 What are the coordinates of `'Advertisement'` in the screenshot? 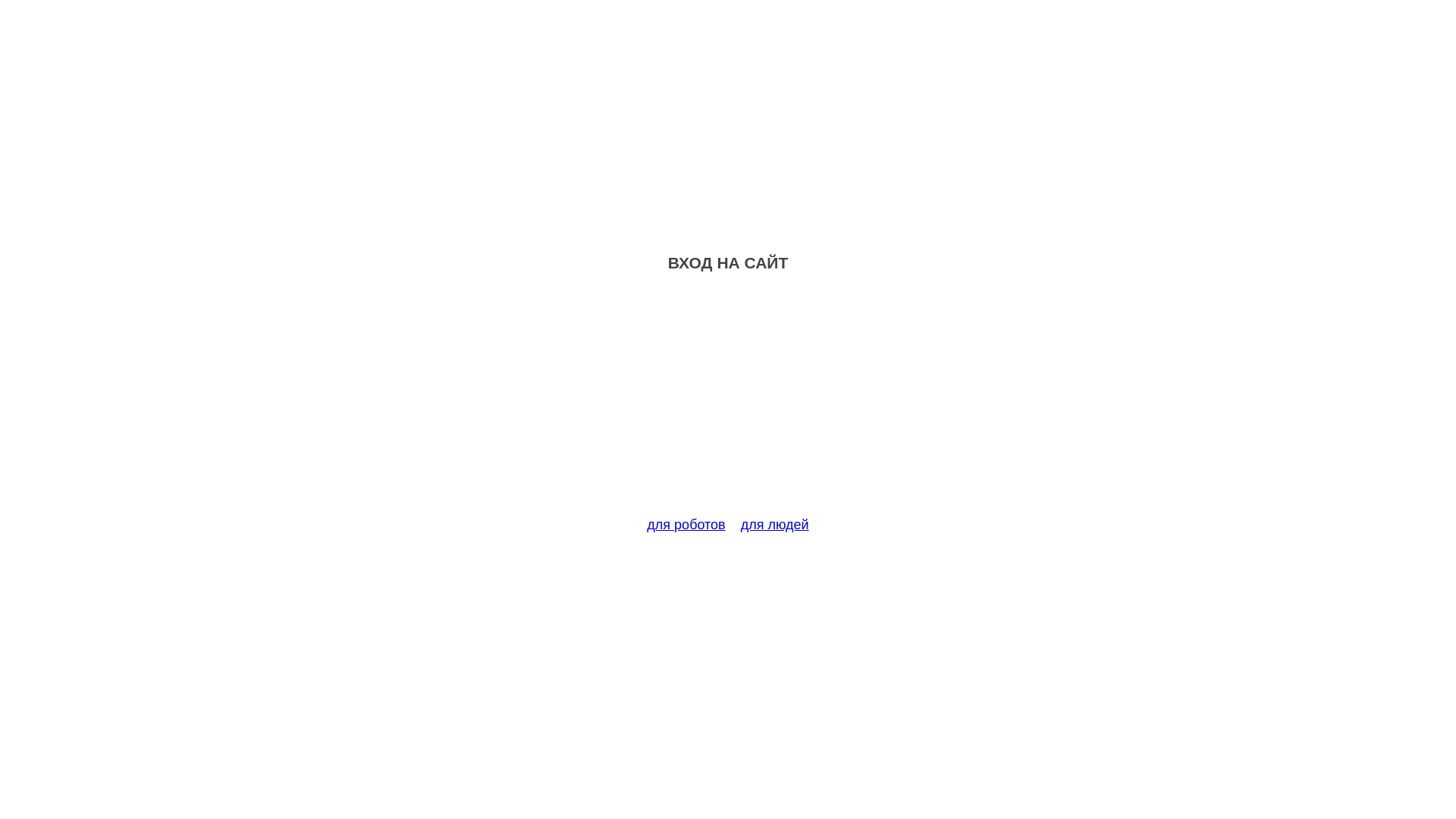 It's located at (728, 403).